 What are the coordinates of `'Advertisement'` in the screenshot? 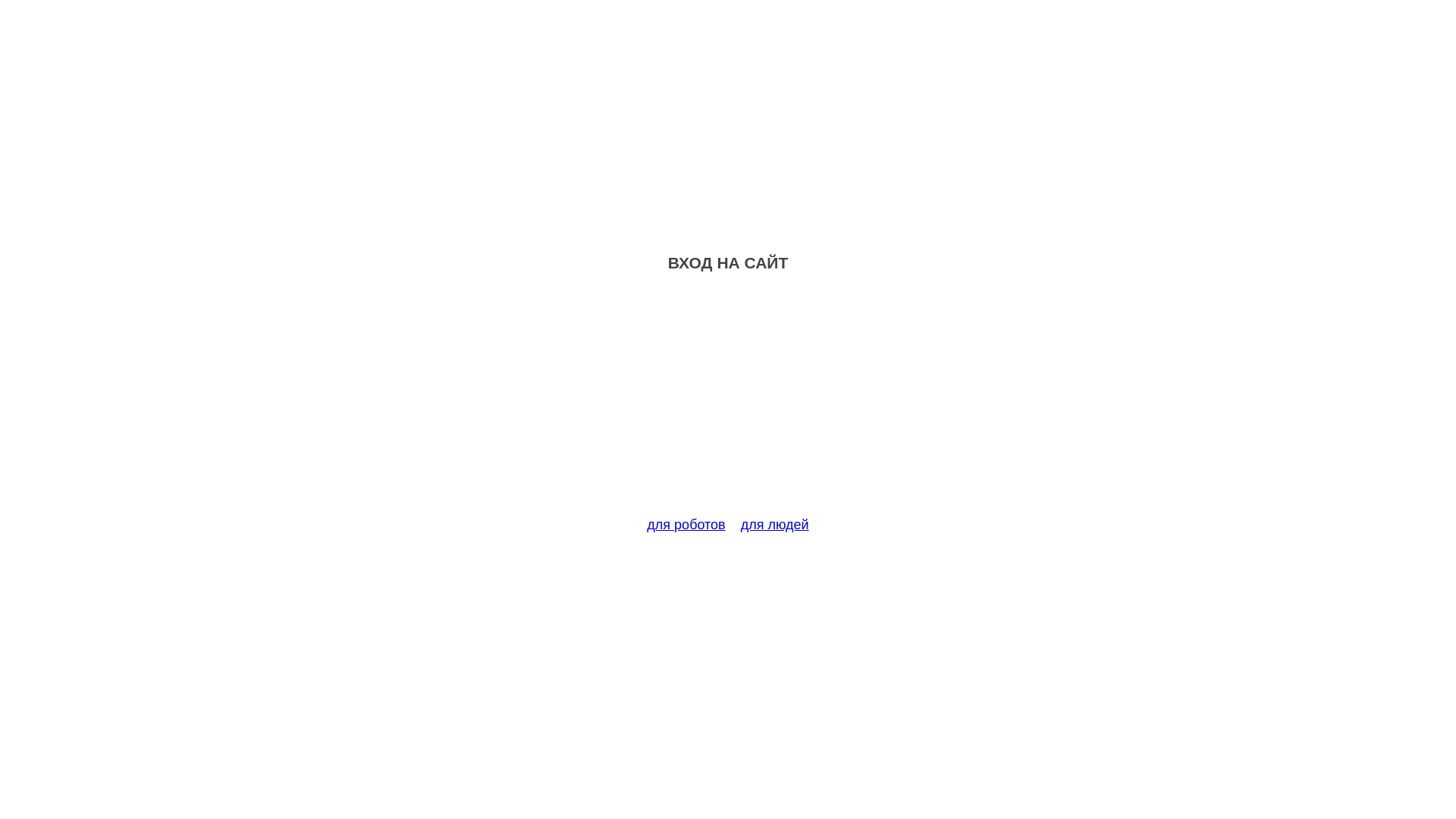 It's located at (728, 403).